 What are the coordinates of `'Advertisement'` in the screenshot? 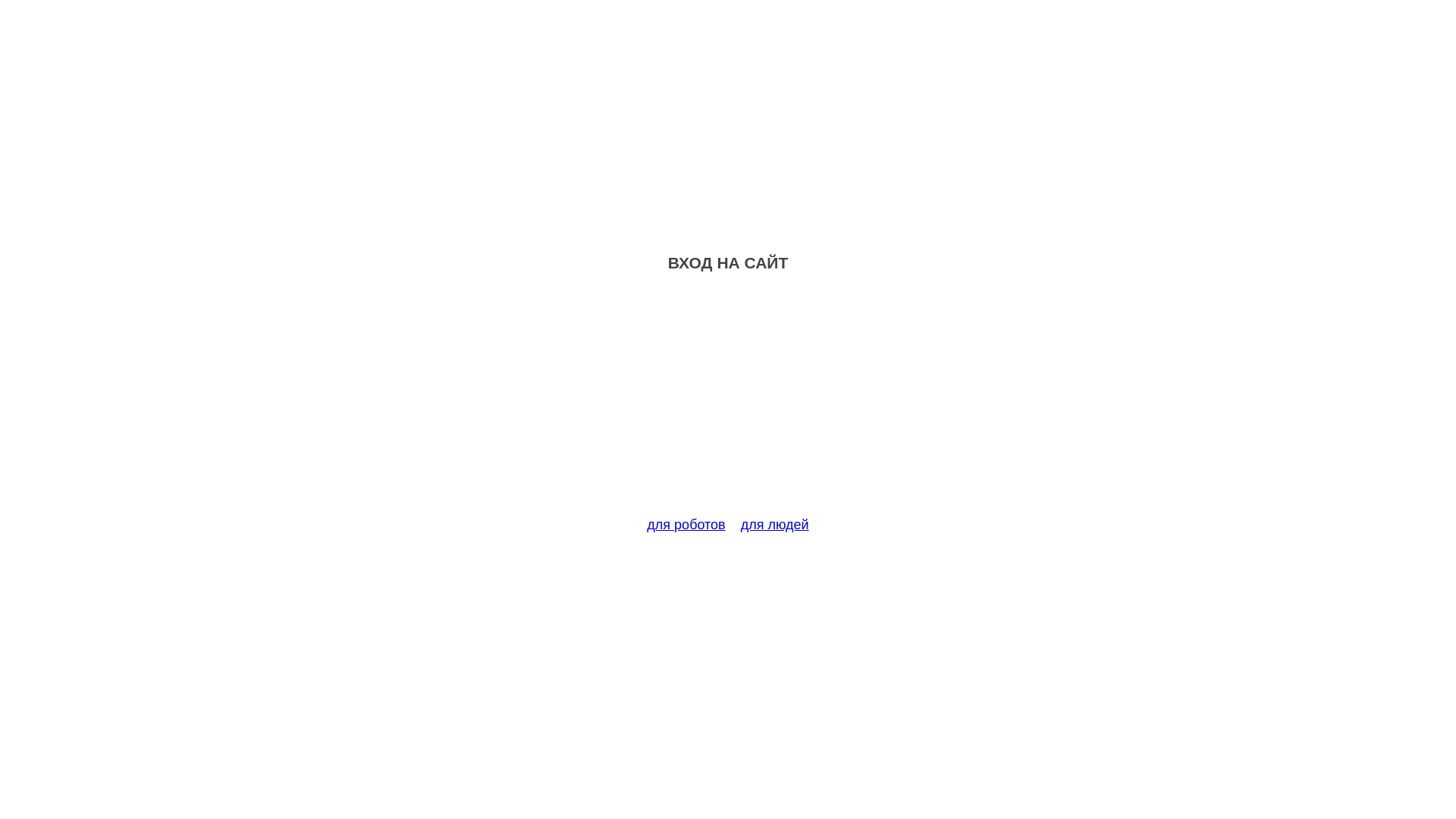 It's located at (728, 403).